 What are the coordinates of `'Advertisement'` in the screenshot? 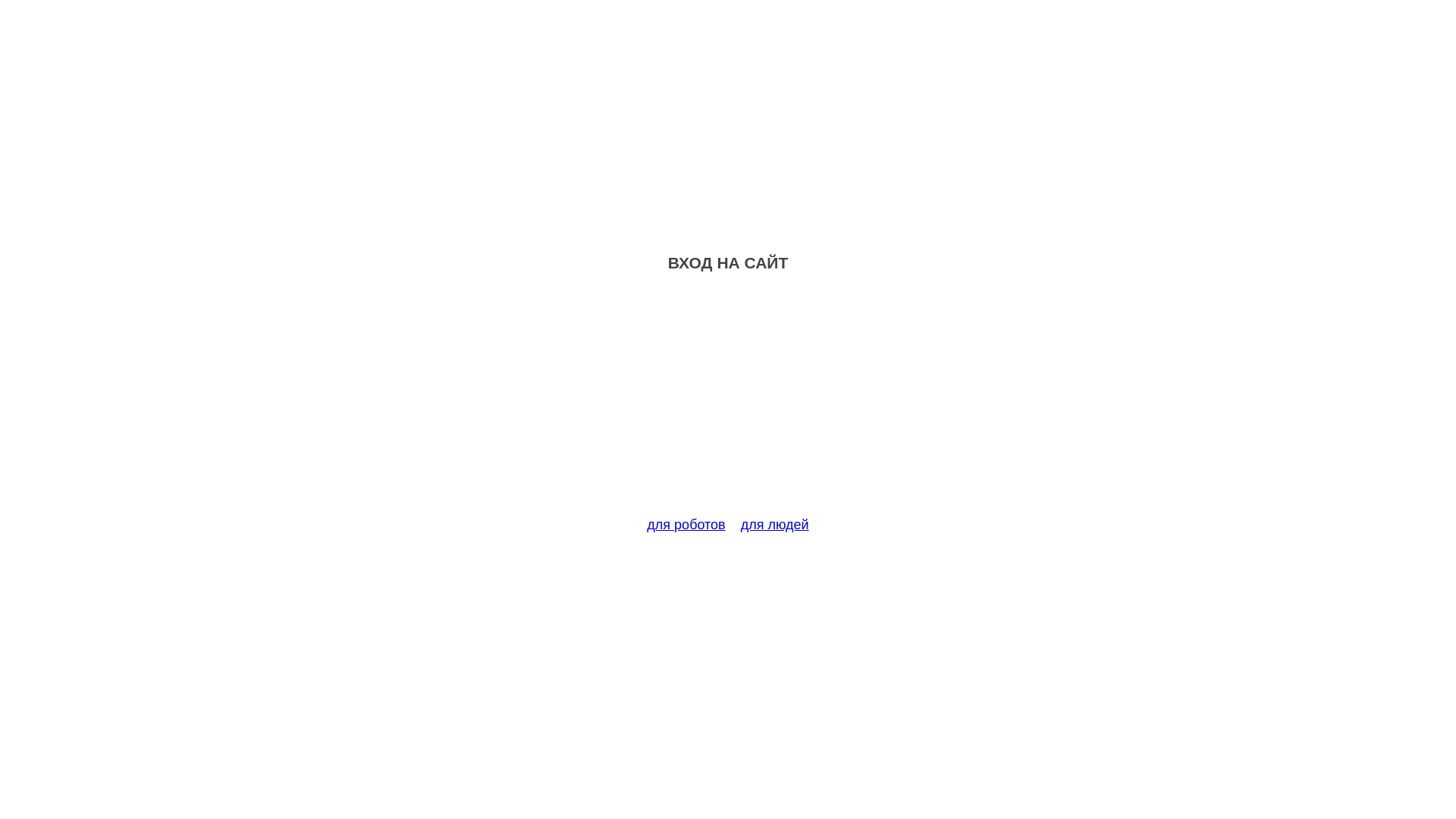 It's located at (728, 403).